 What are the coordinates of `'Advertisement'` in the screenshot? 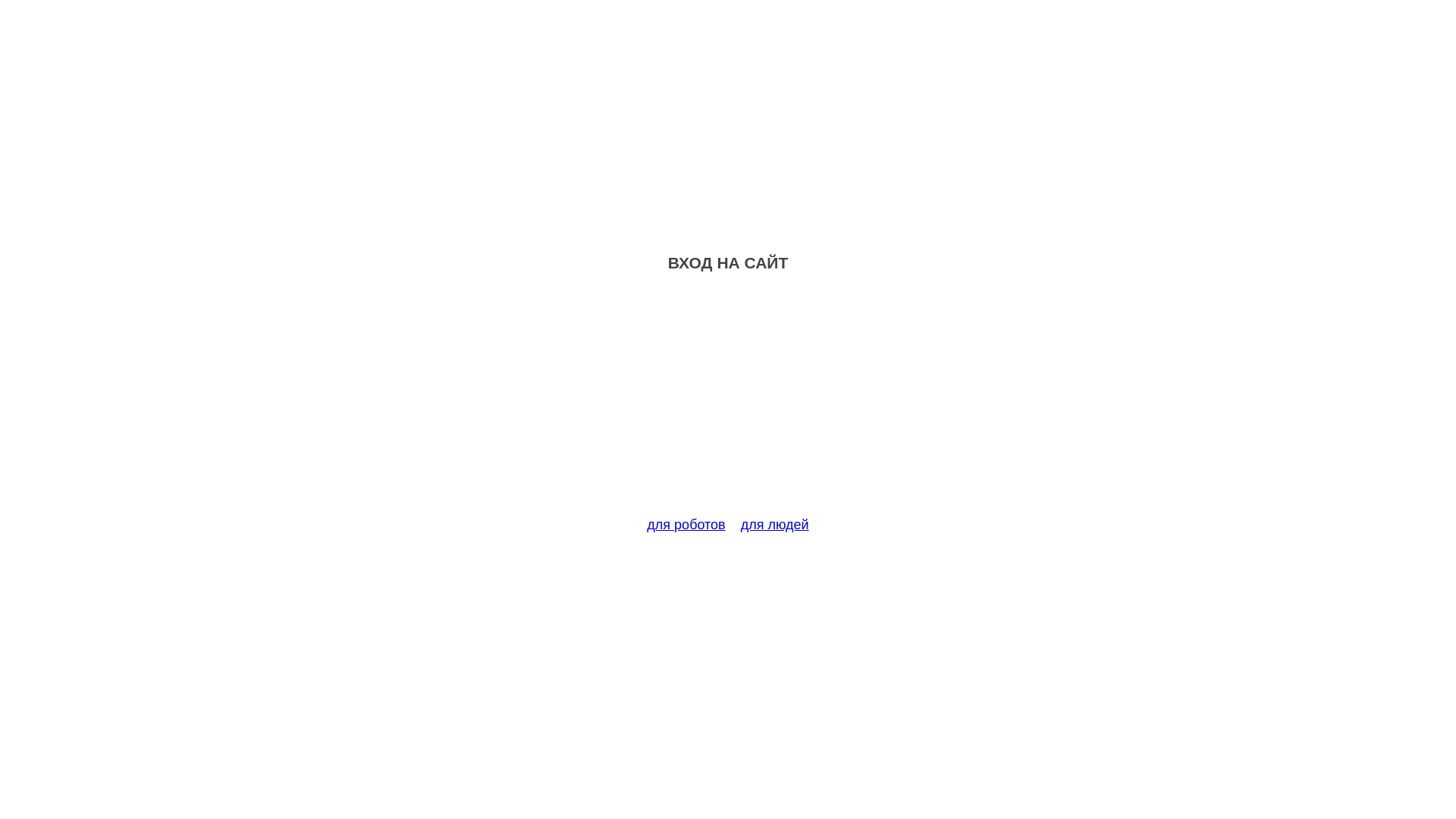 It's located at (728, 403).